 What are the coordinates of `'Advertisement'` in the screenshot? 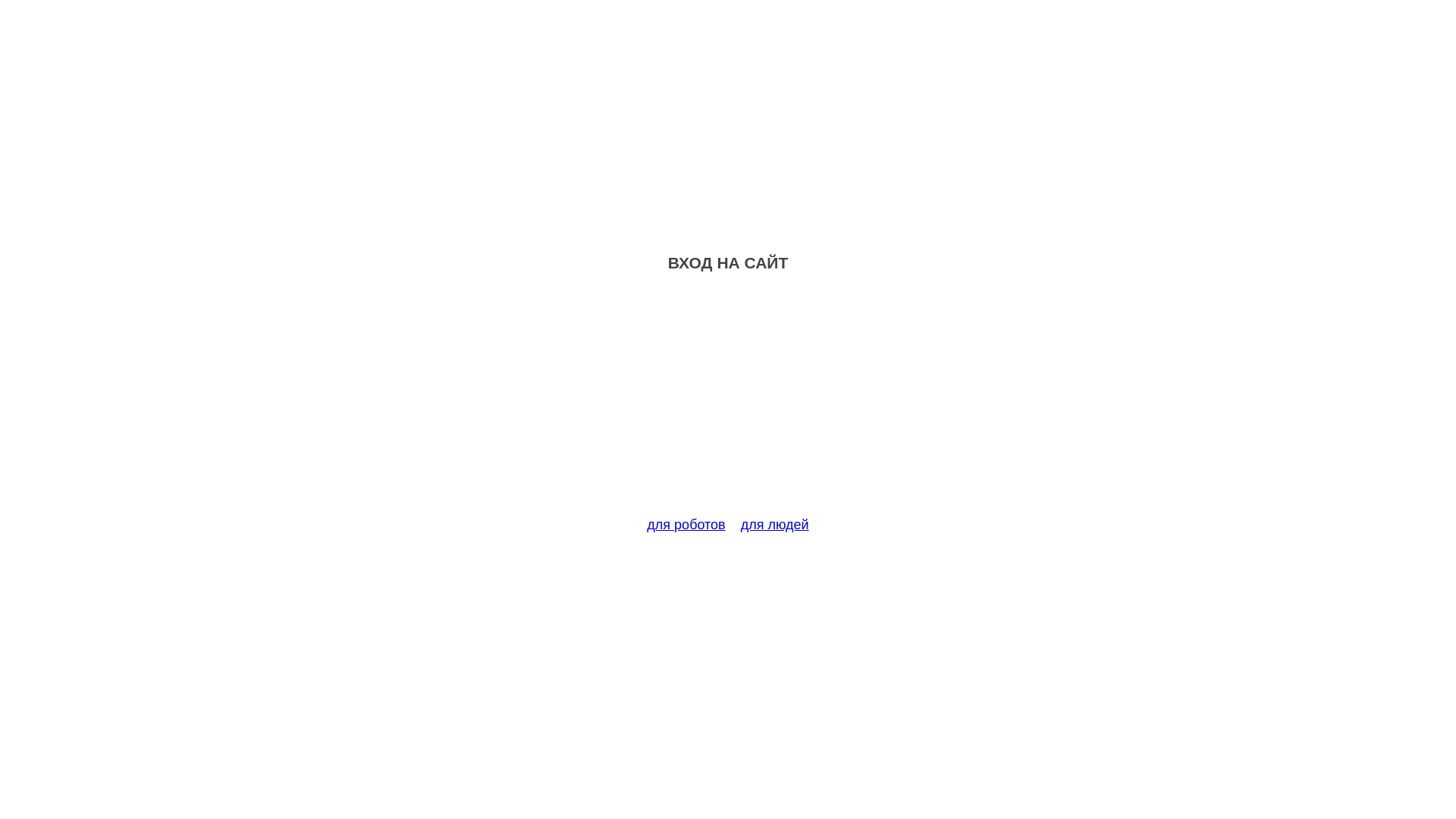 It's located at (728, 403).